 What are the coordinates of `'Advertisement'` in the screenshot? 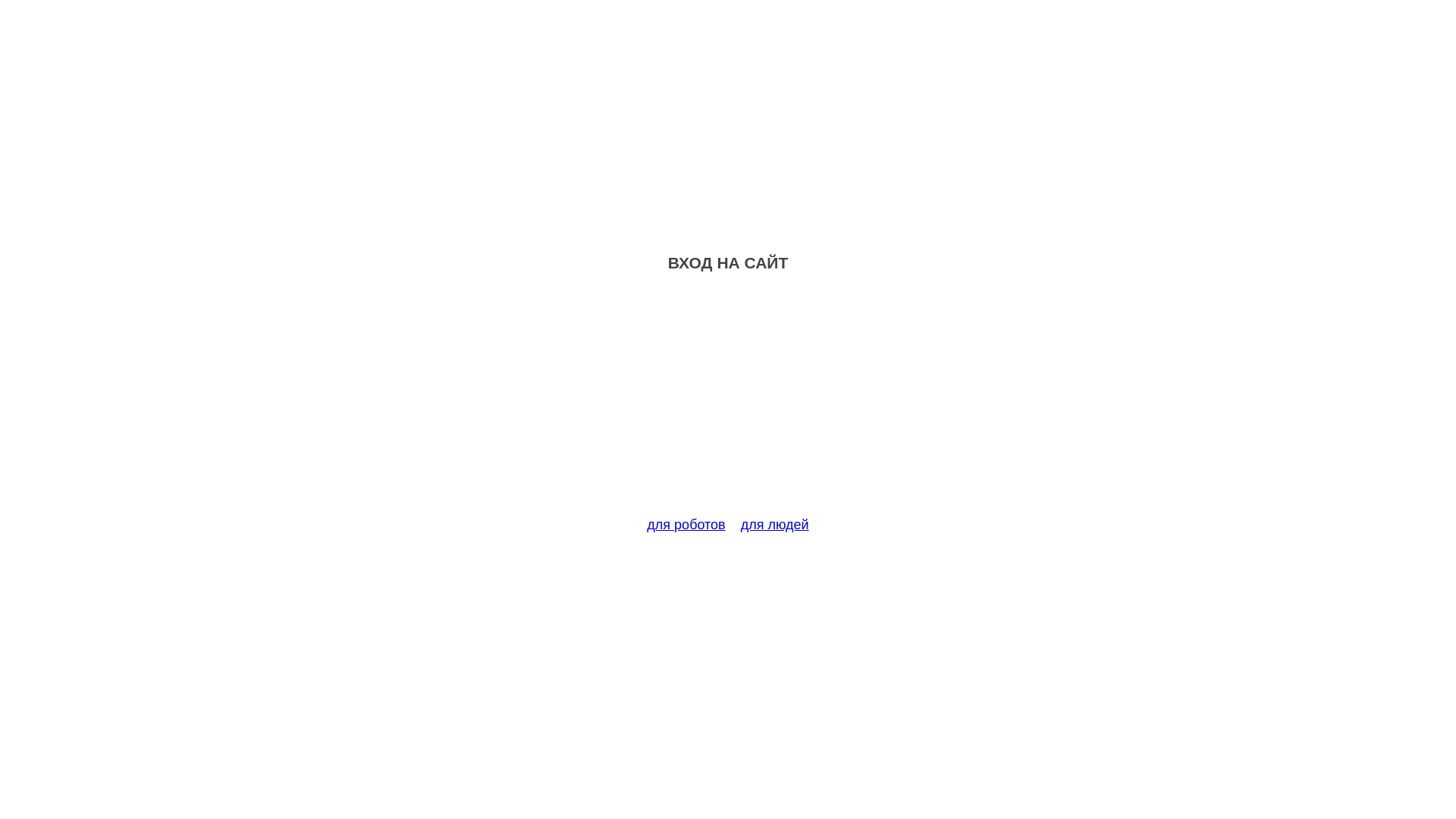 It's located at (728, 403).